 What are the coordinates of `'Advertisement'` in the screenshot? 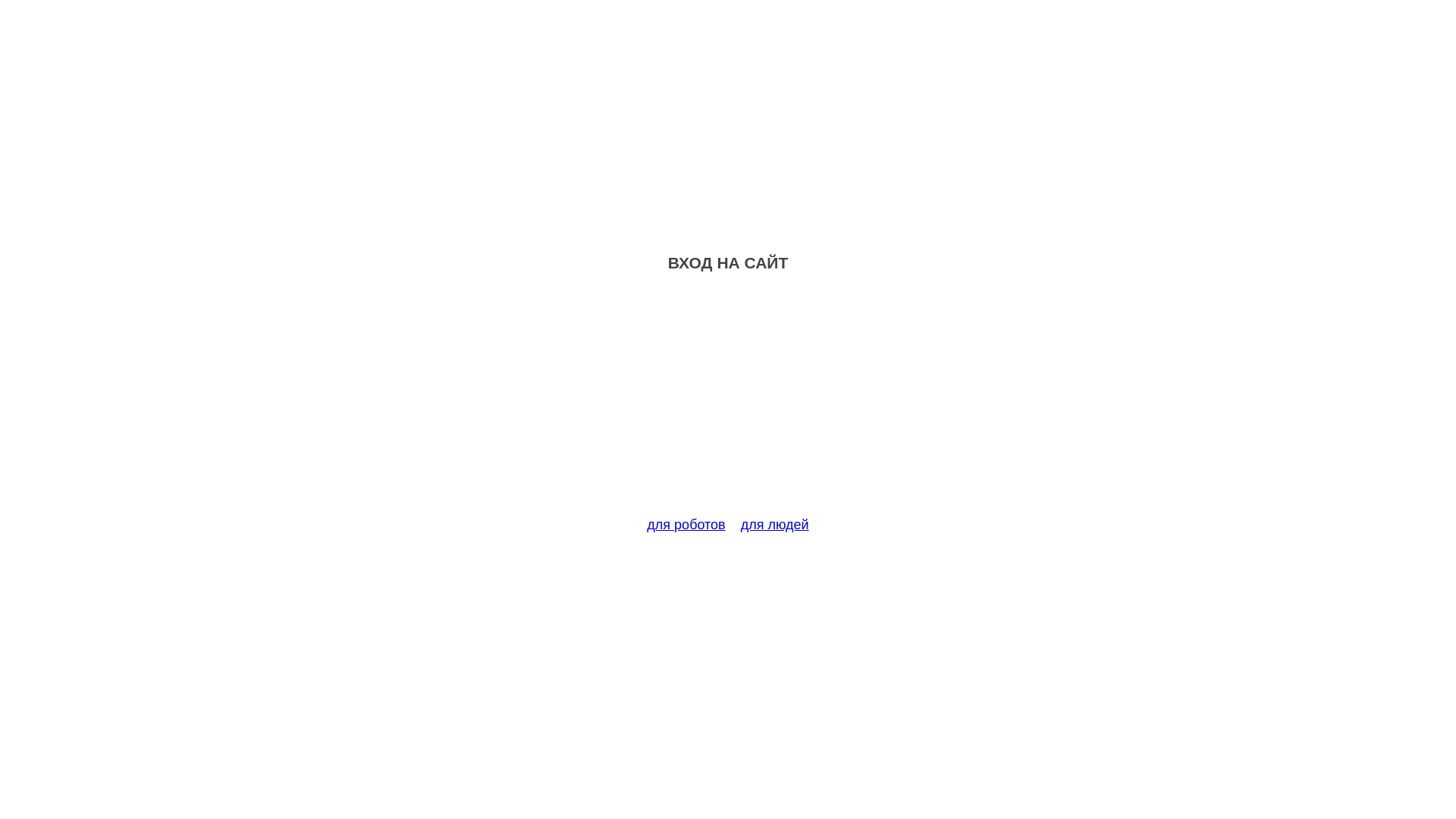 It's located at (728, 403).